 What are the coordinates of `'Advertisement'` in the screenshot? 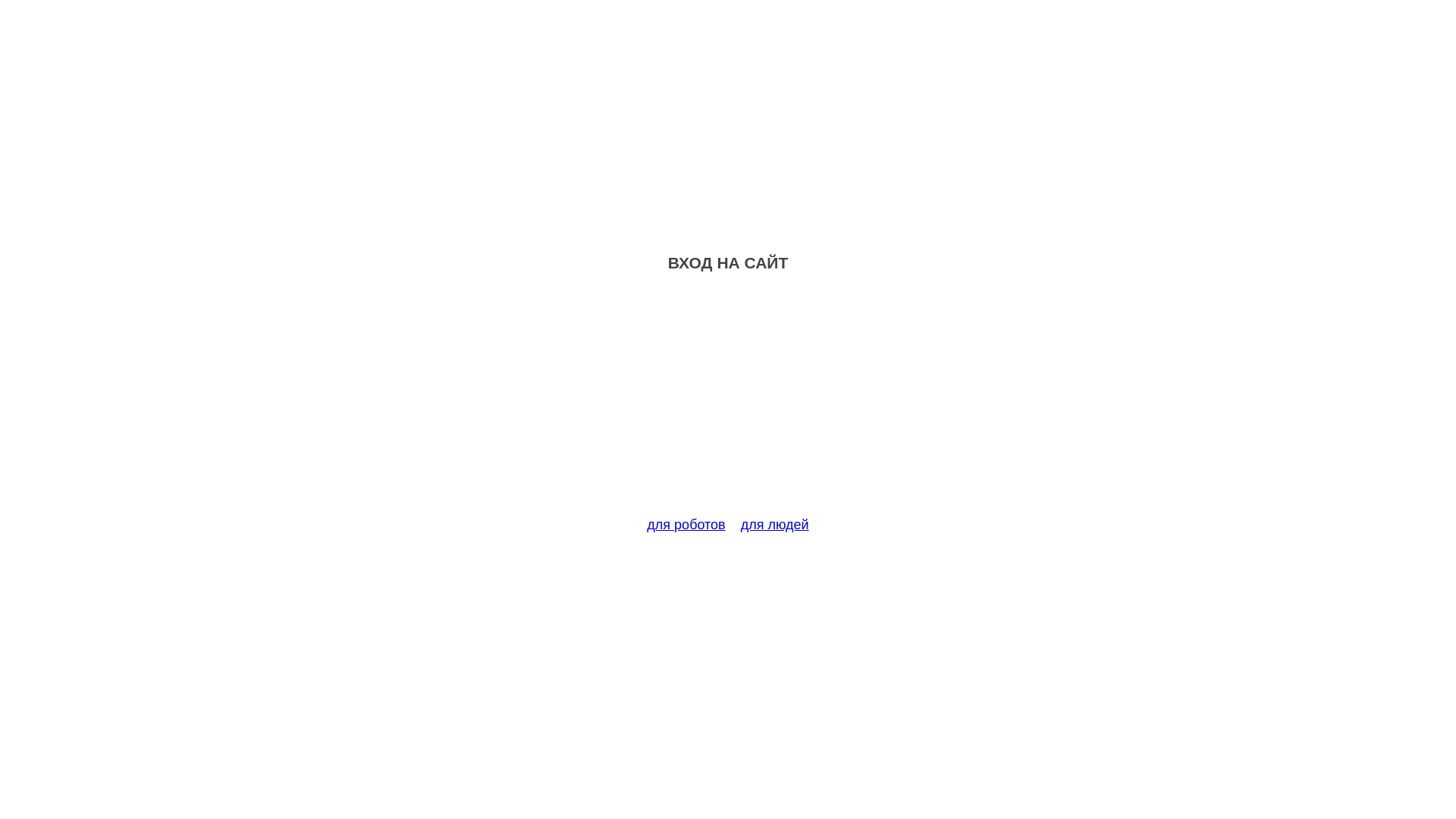 It's located at (728, 403).